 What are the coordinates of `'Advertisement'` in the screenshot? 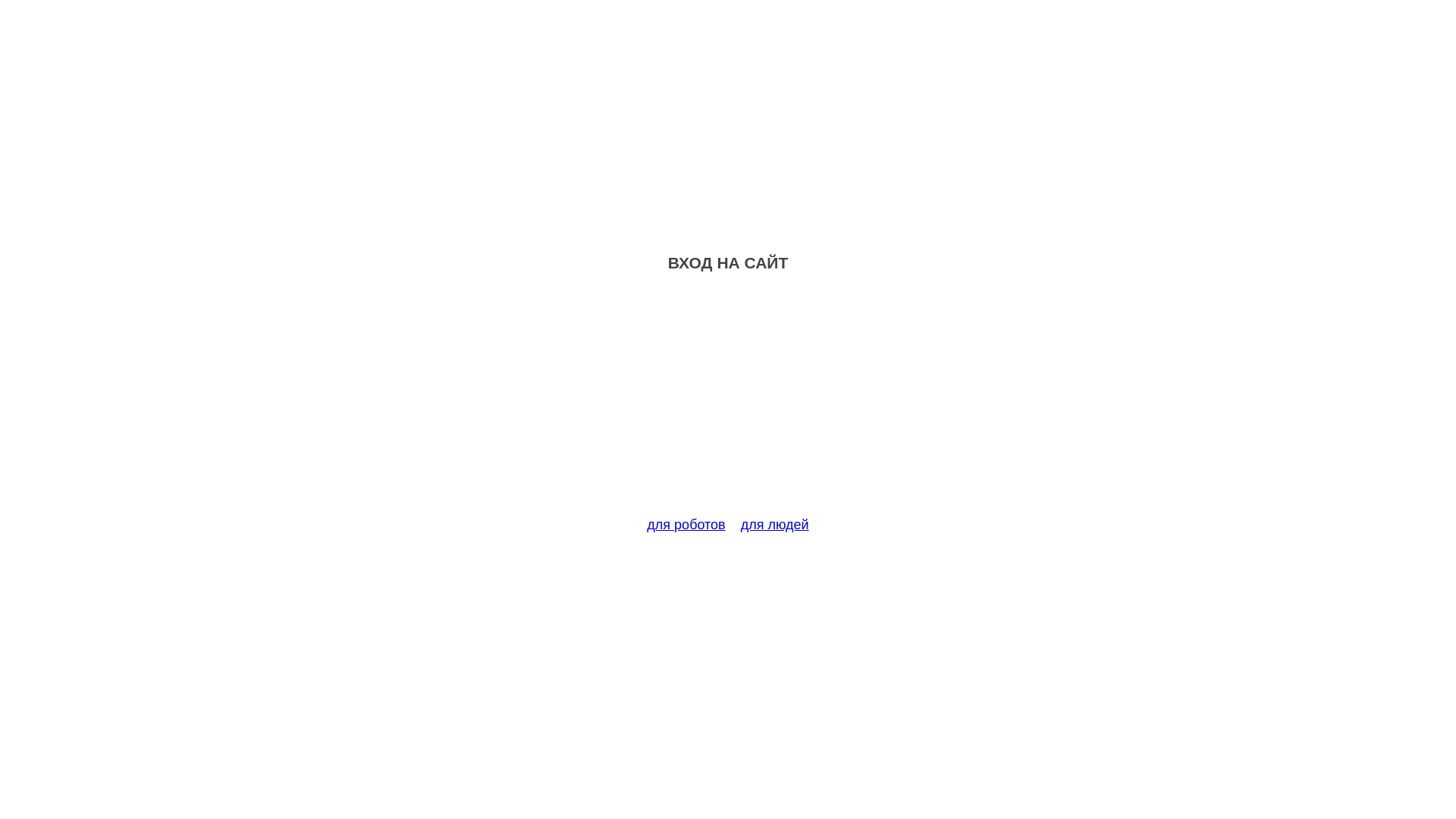 It's located at (728, 403).